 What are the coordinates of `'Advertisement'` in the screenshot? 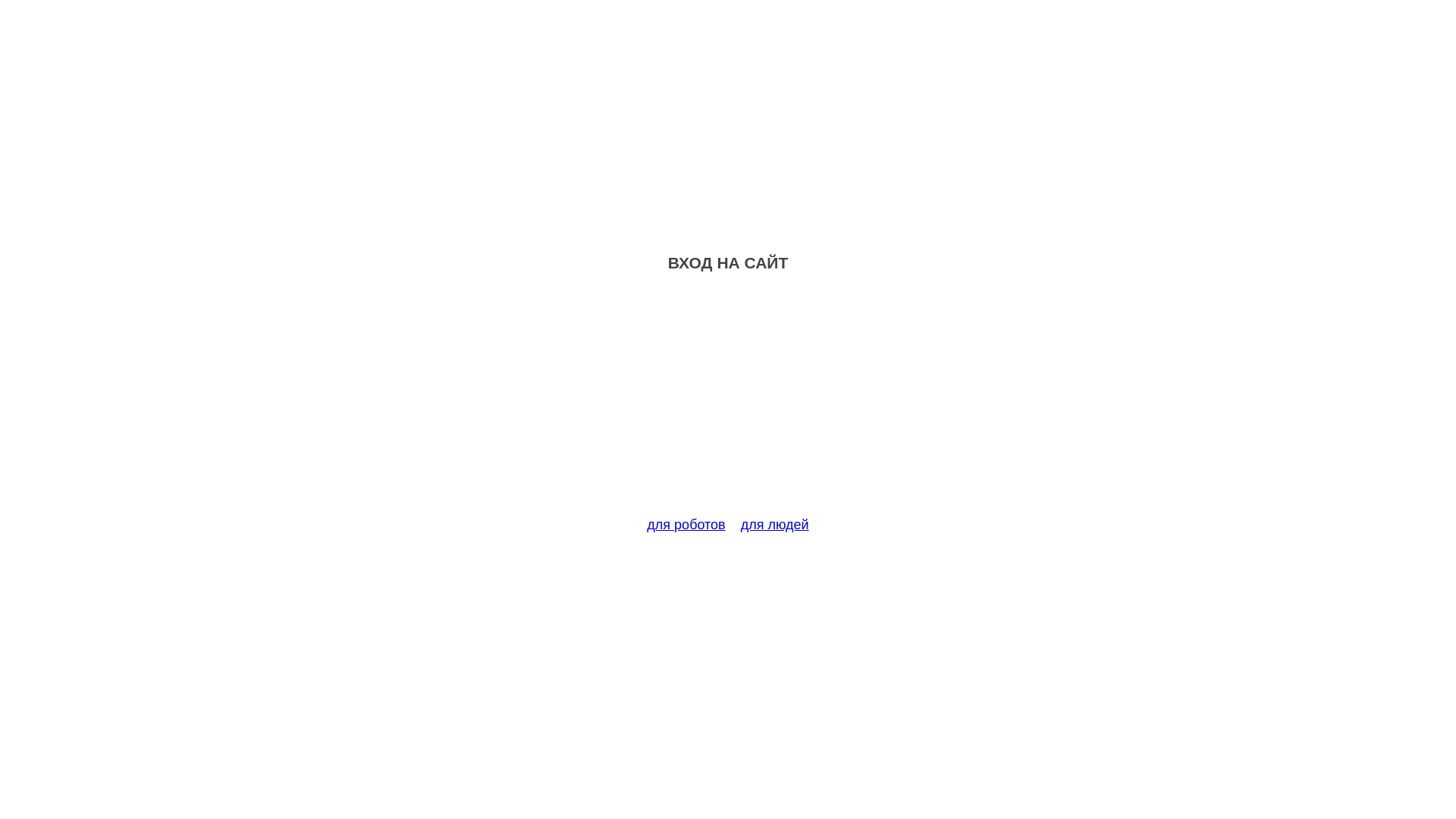 It's located at (728, 403).